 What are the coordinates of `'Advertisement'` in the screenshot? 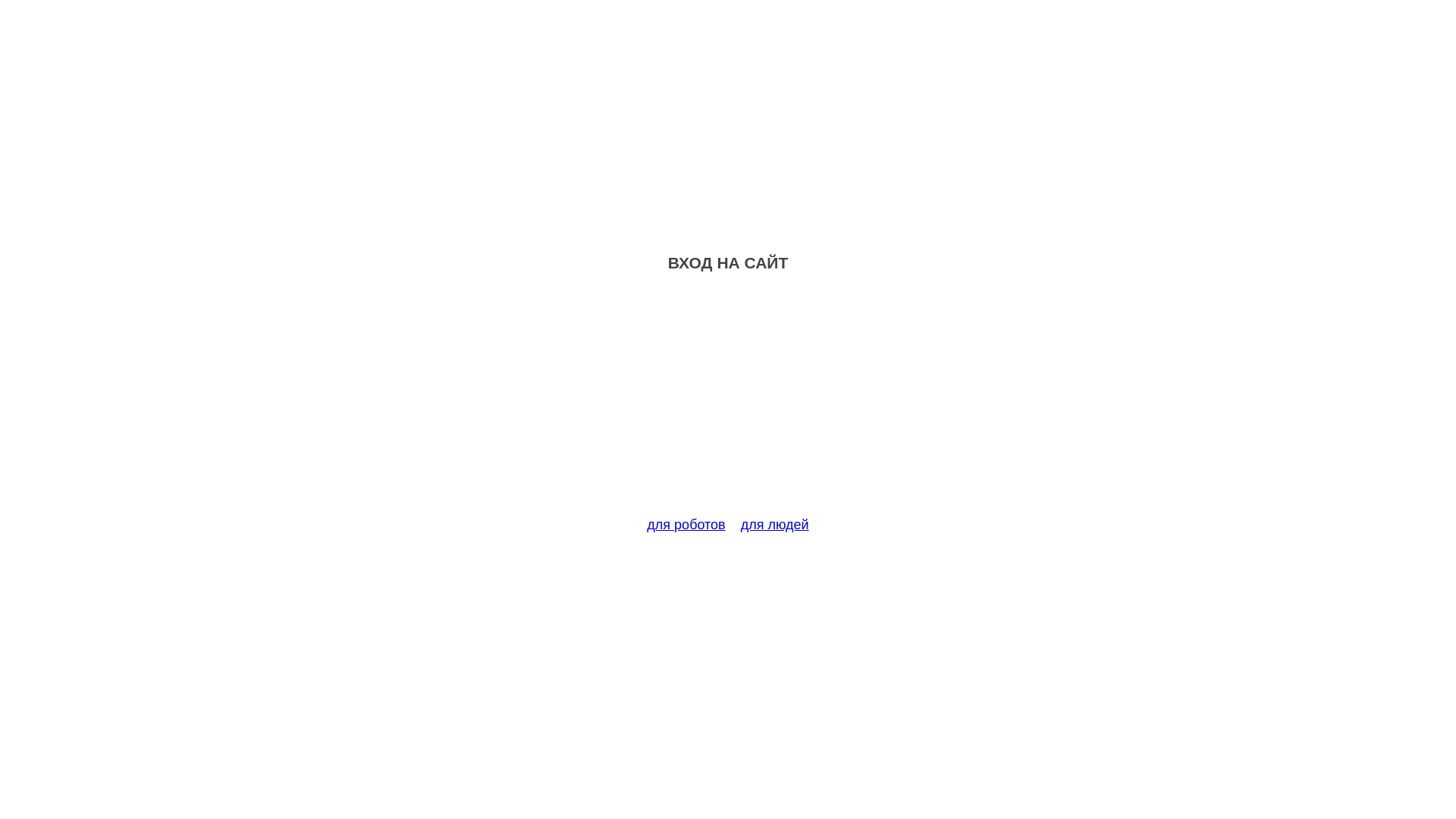 It's located at (728, 403).